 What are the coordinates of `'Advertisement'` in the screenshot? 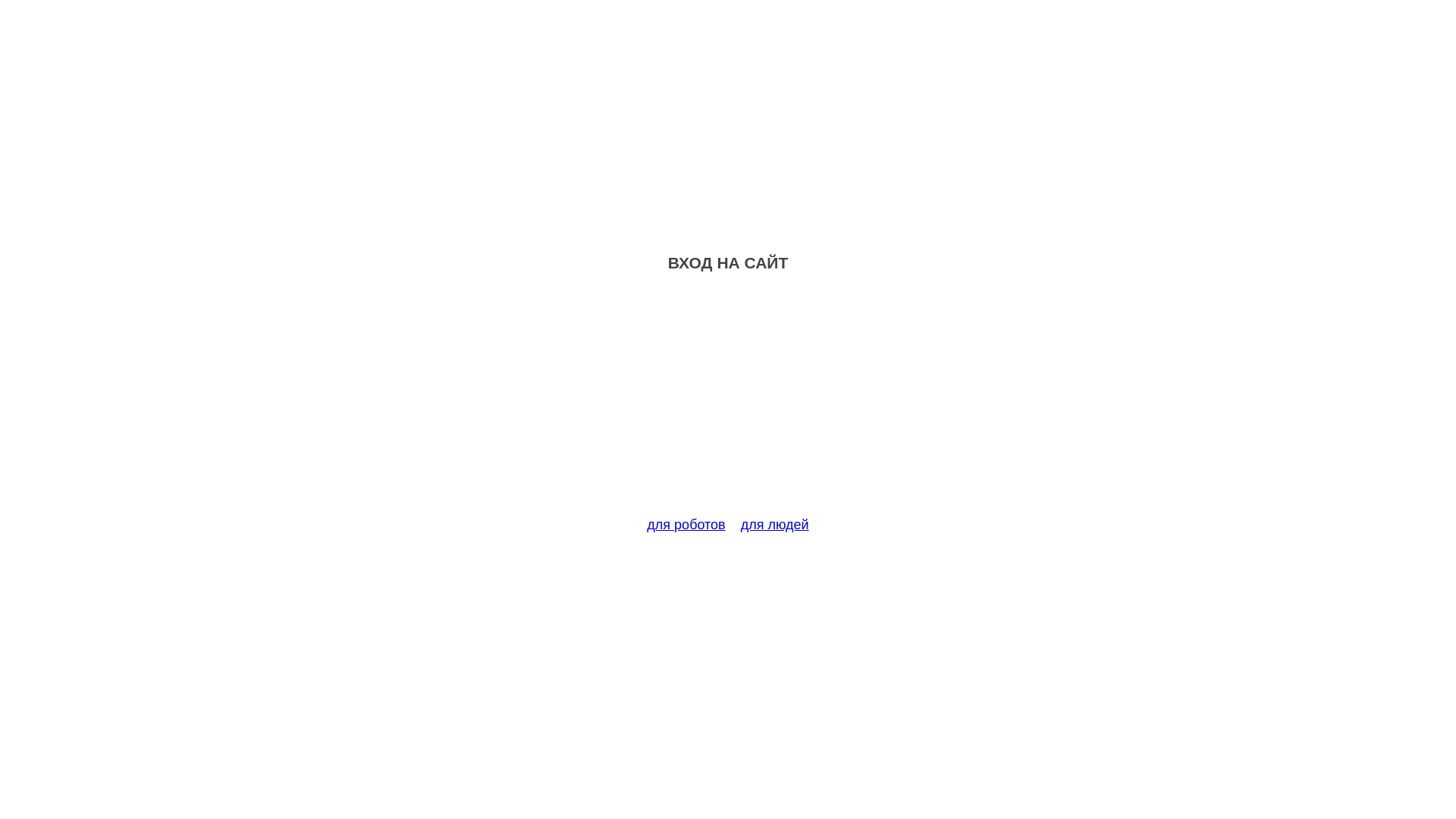 It's located at (728, 403).